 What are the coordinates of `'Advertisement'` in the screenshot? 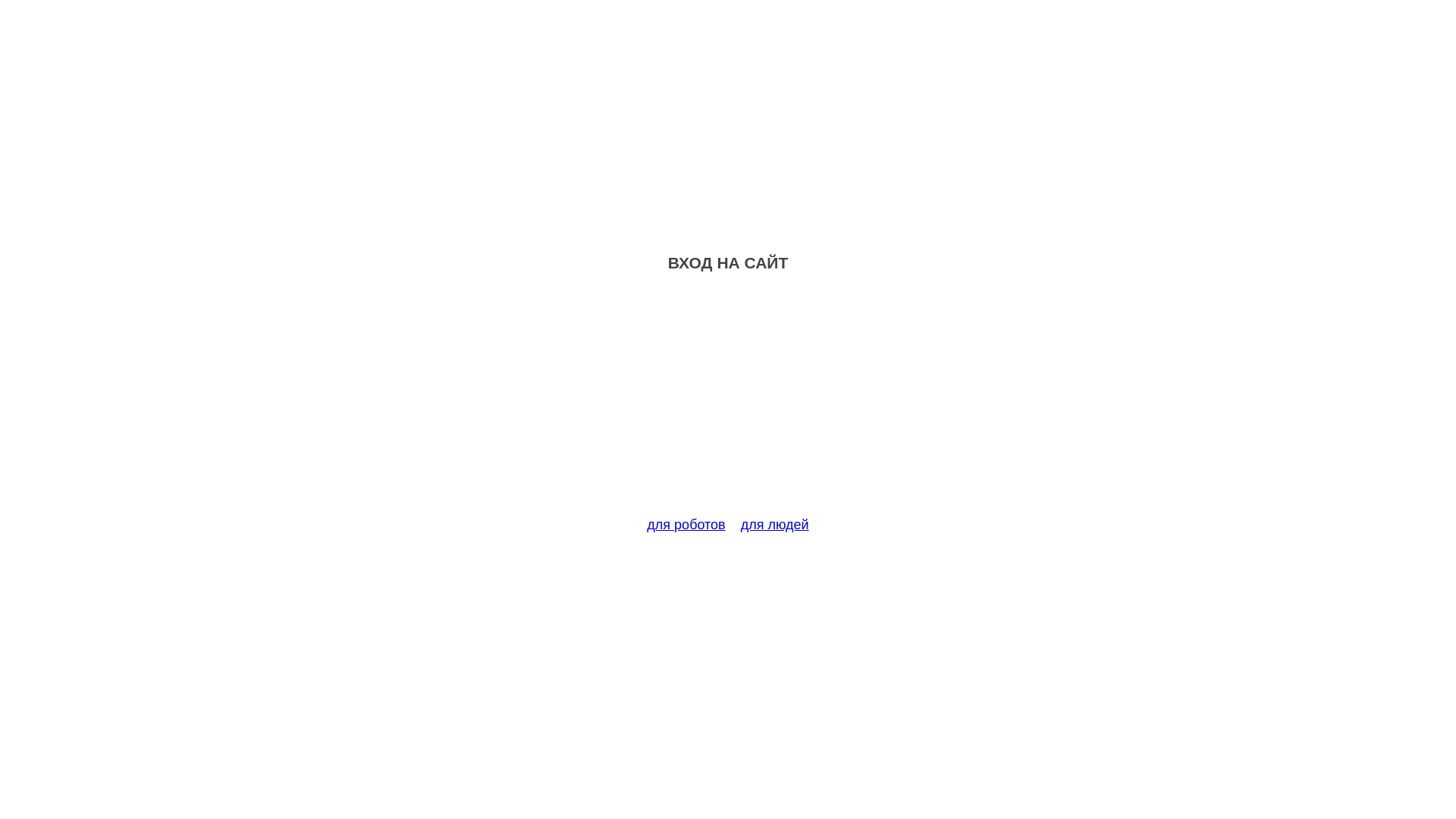 It's located at (728, 403).